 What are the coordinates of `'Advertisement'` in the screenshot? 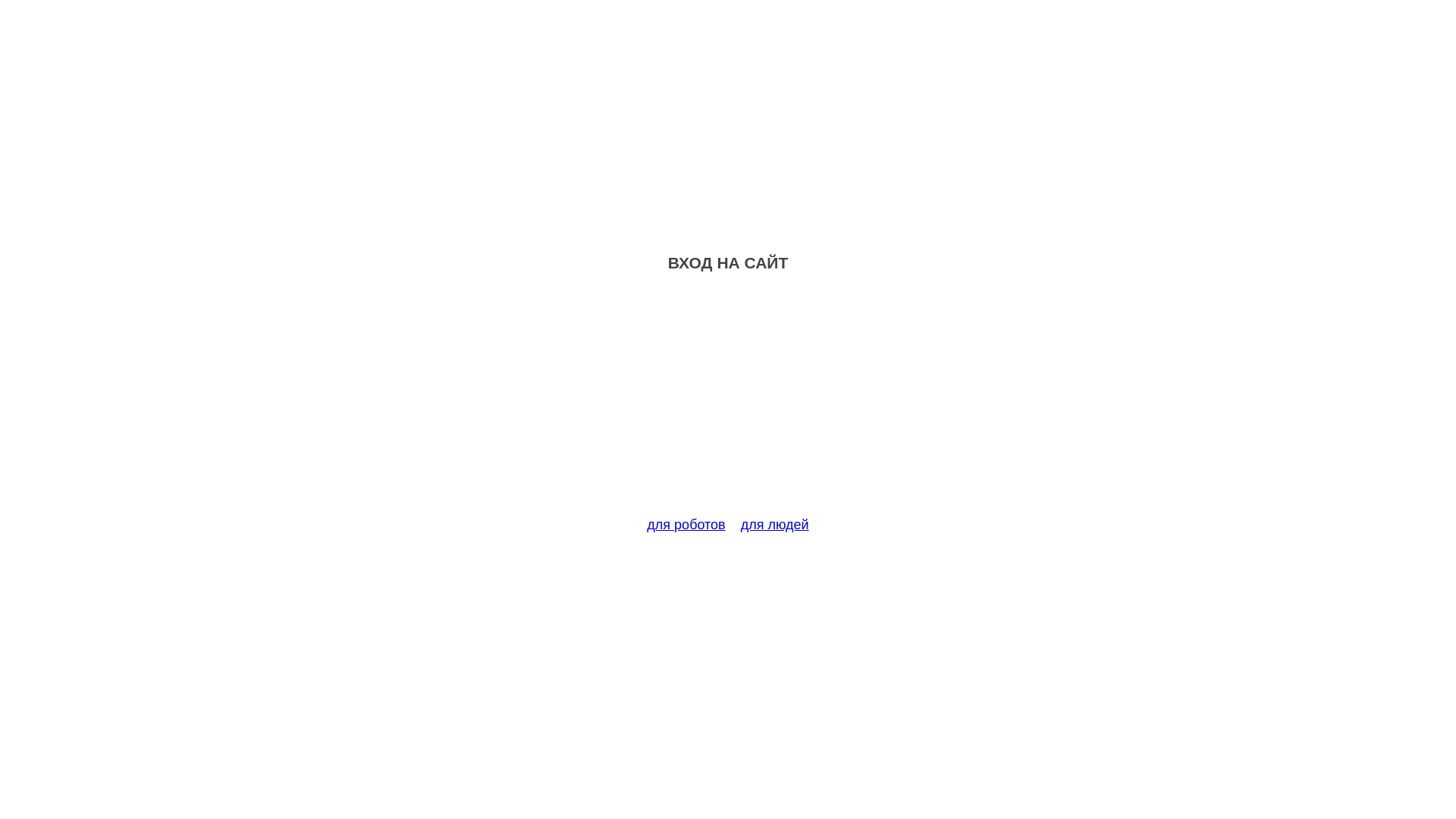 It's located at (728, 403).